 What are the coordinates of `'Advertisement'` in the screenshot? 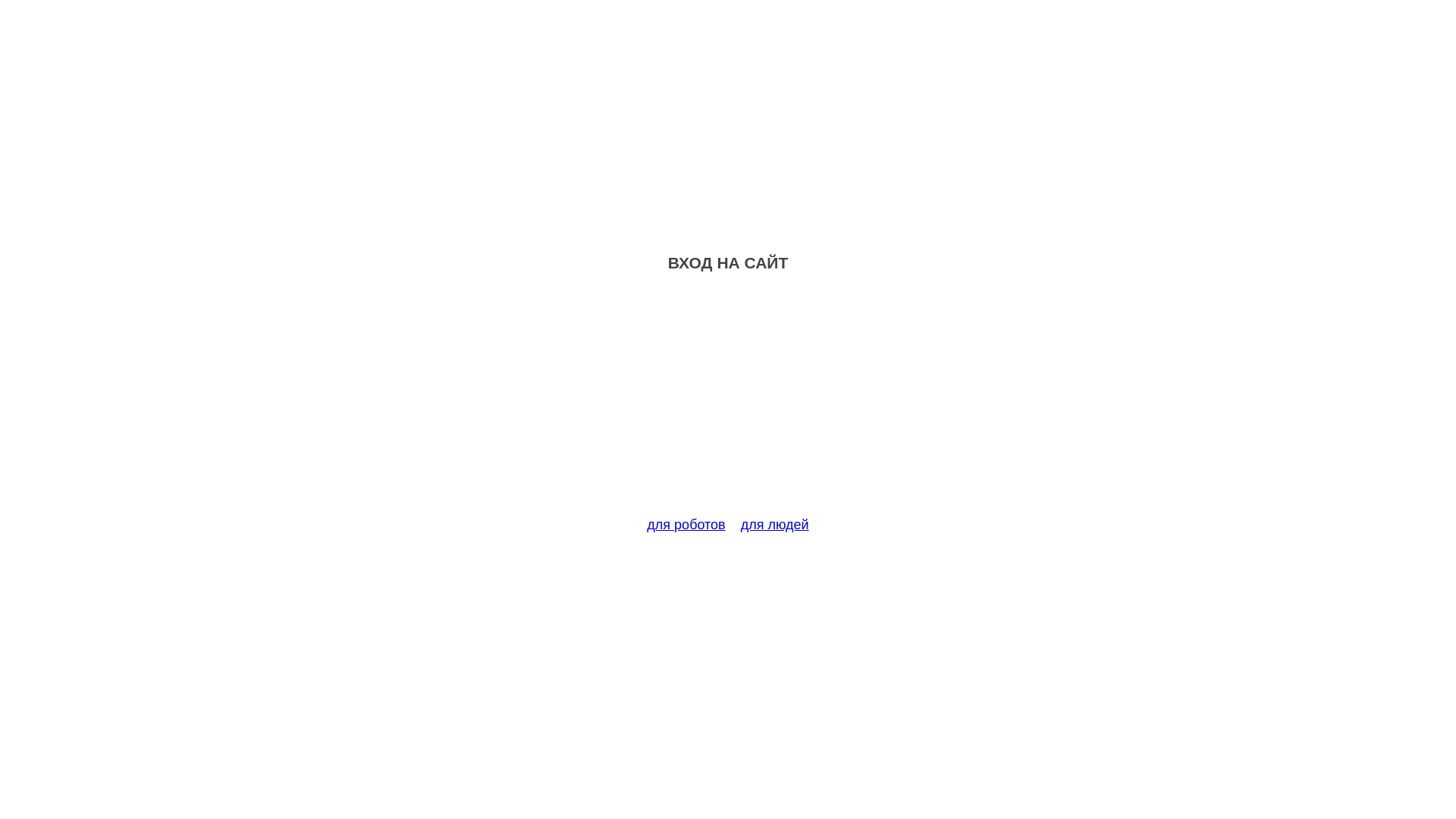 It's located at (728, 403).